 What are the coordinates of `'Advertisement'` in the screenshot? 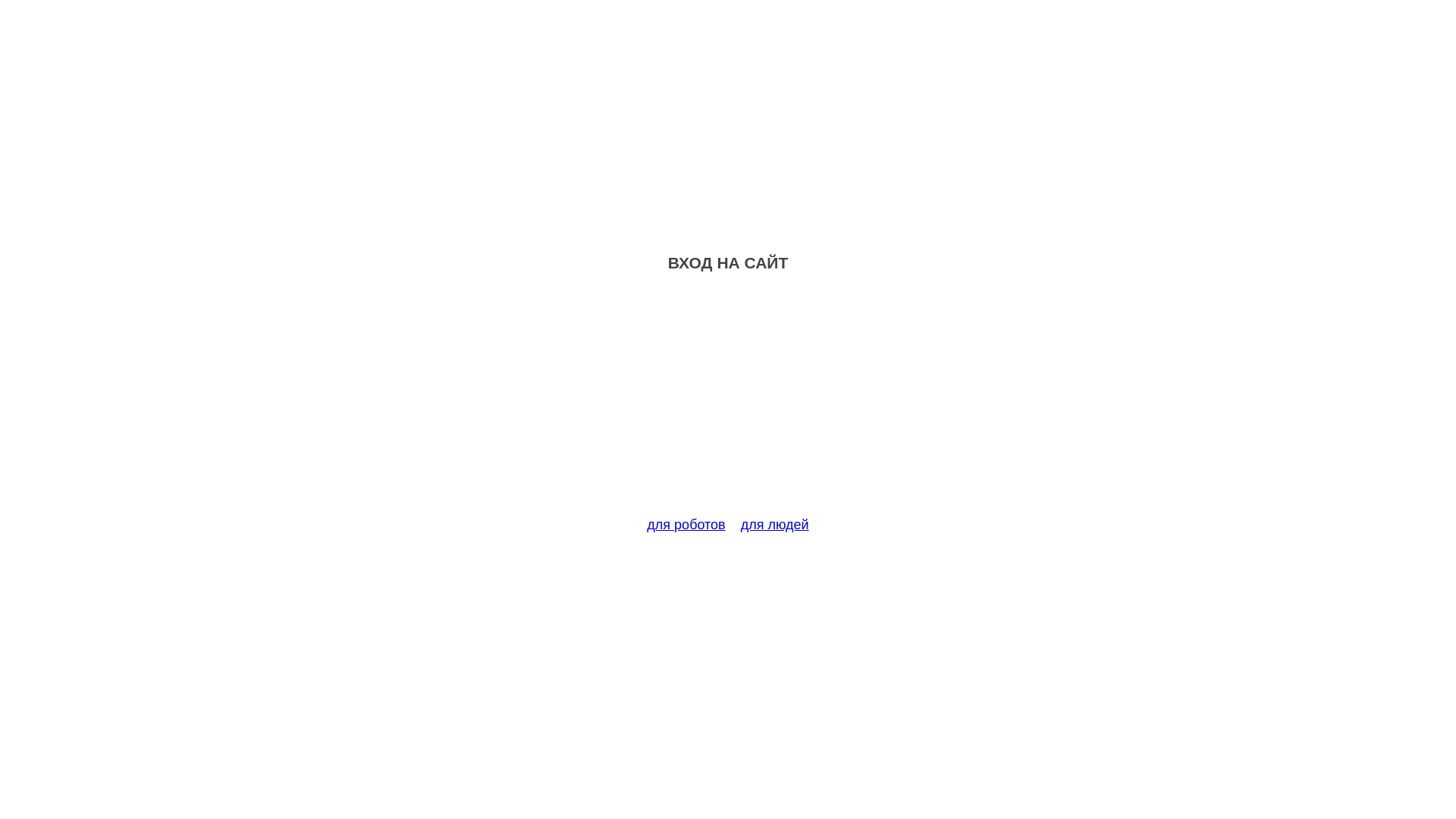 It's located at (728, 403).